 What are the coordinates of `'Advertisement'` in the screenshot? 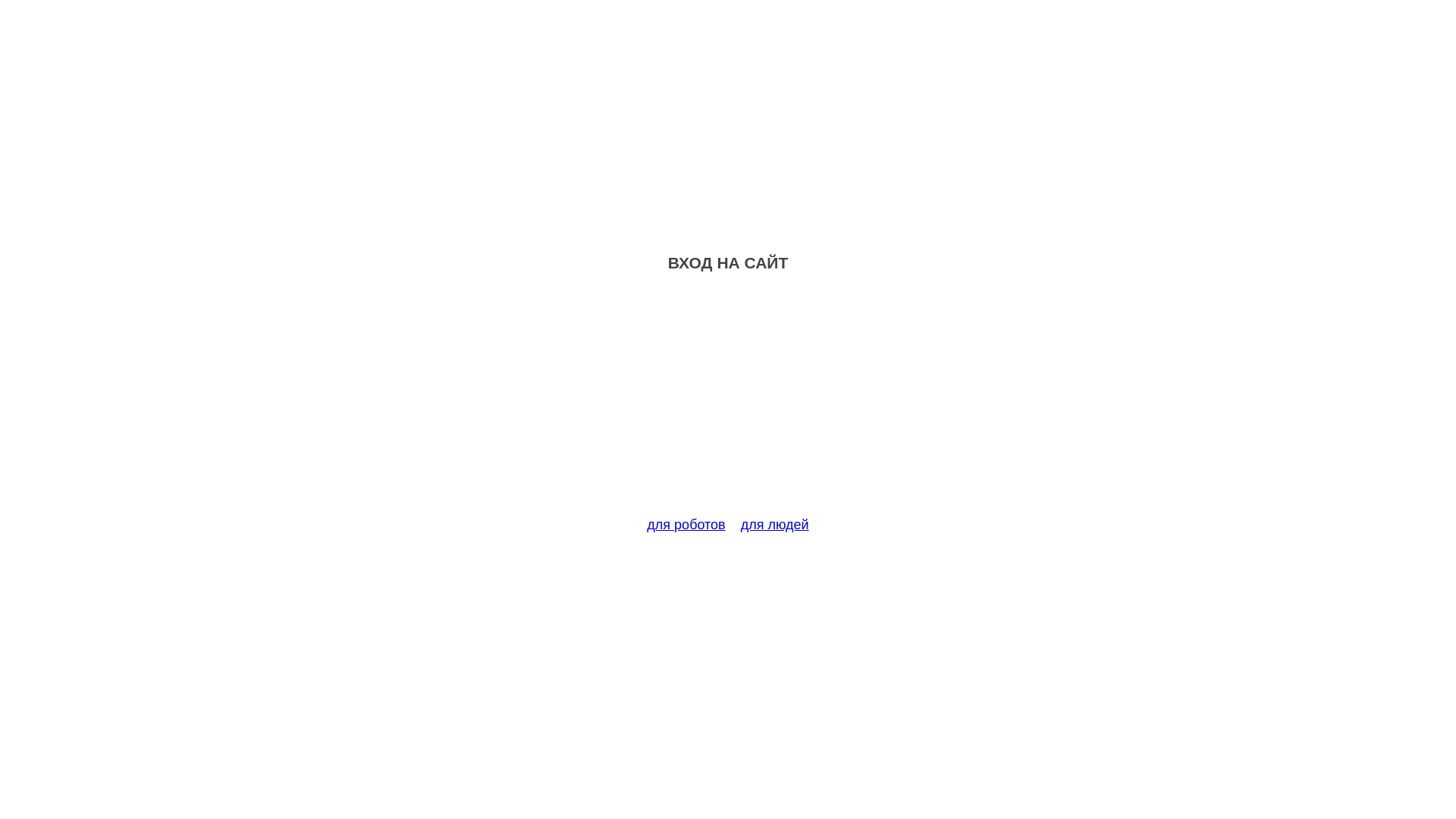 It's located at (728, 403).